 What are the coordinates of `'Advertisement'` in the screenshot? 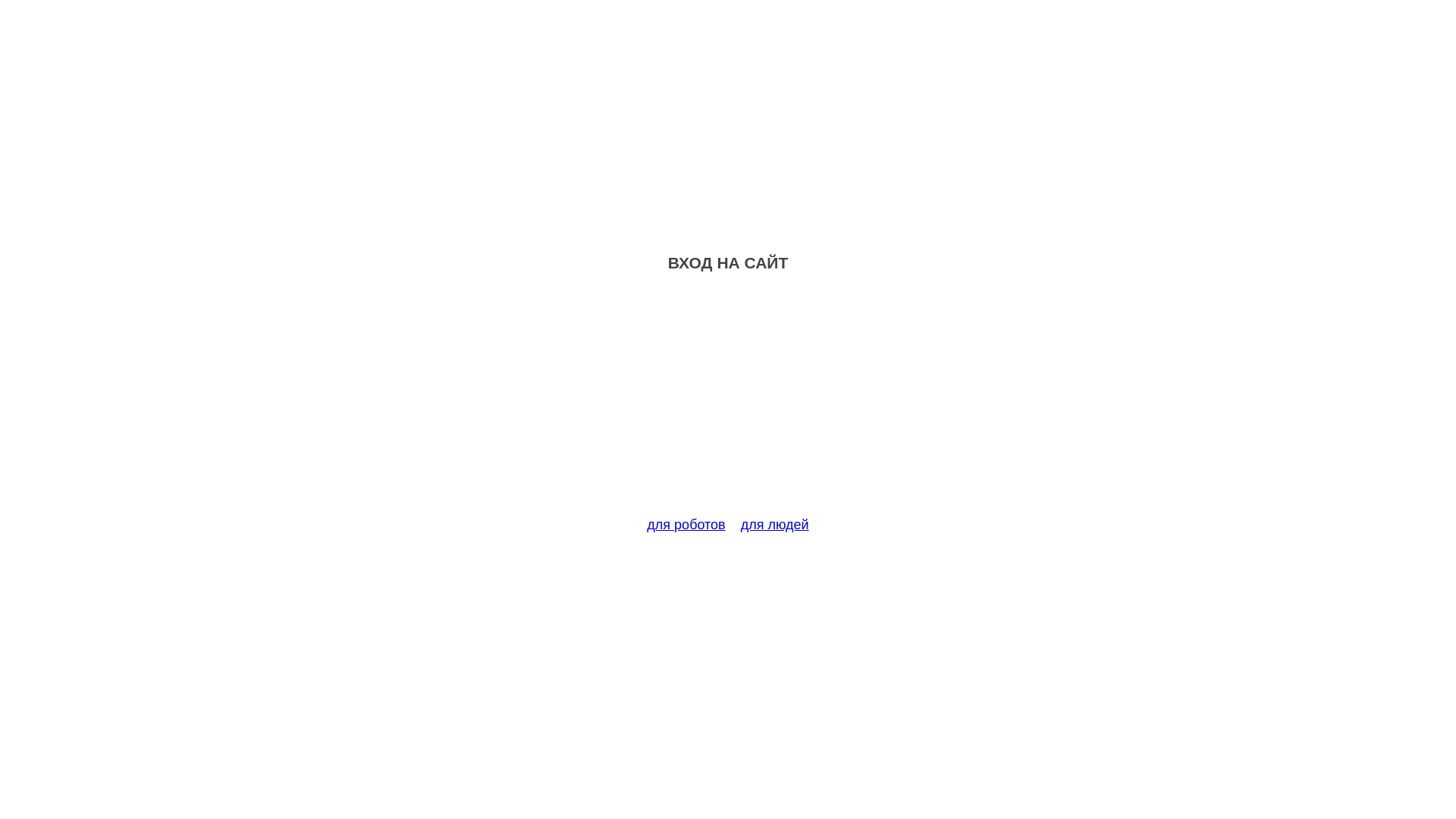 It's located at (728, 403).